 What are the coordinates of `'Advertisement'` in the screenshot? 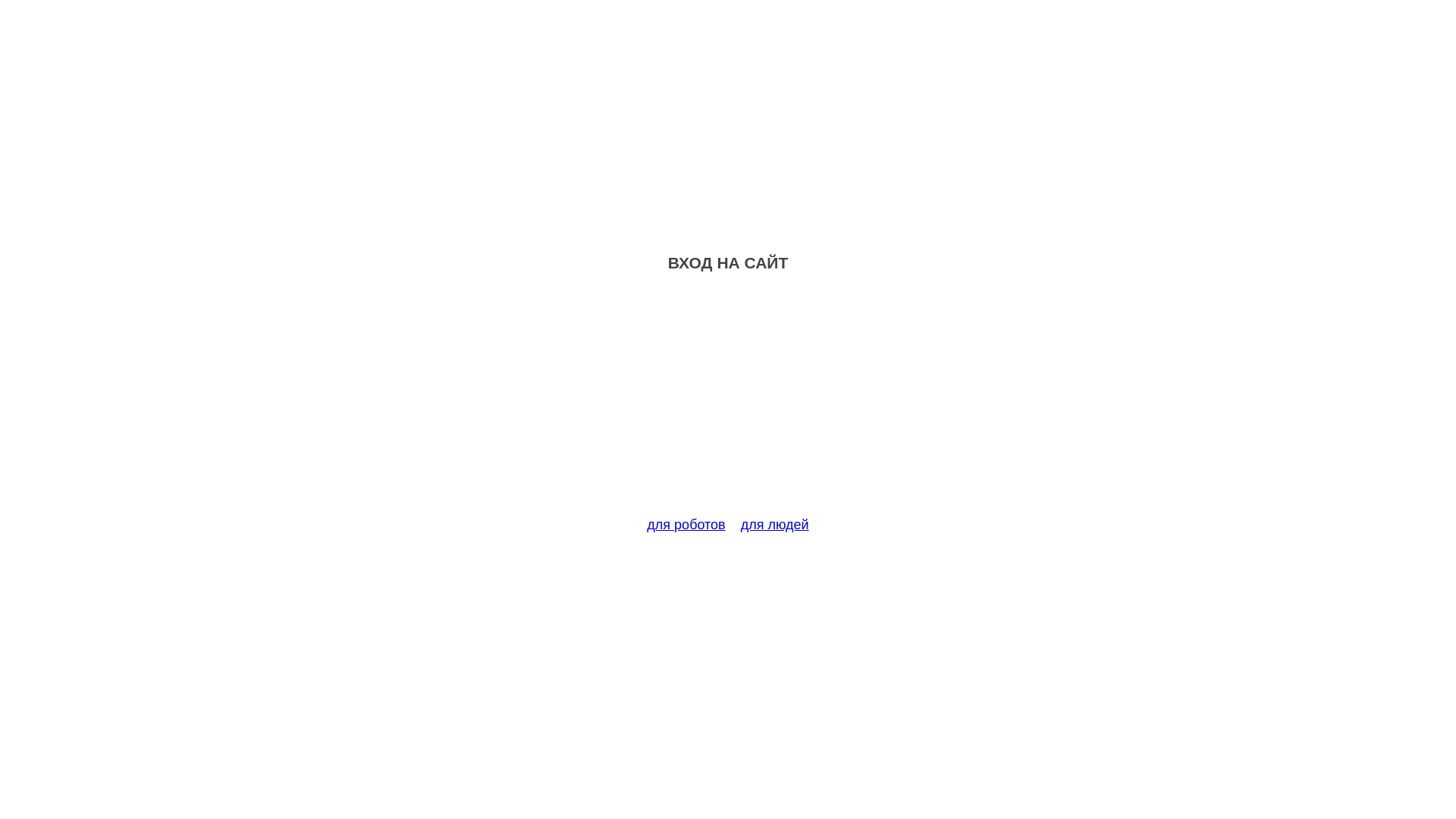 It's located at (728, 403).